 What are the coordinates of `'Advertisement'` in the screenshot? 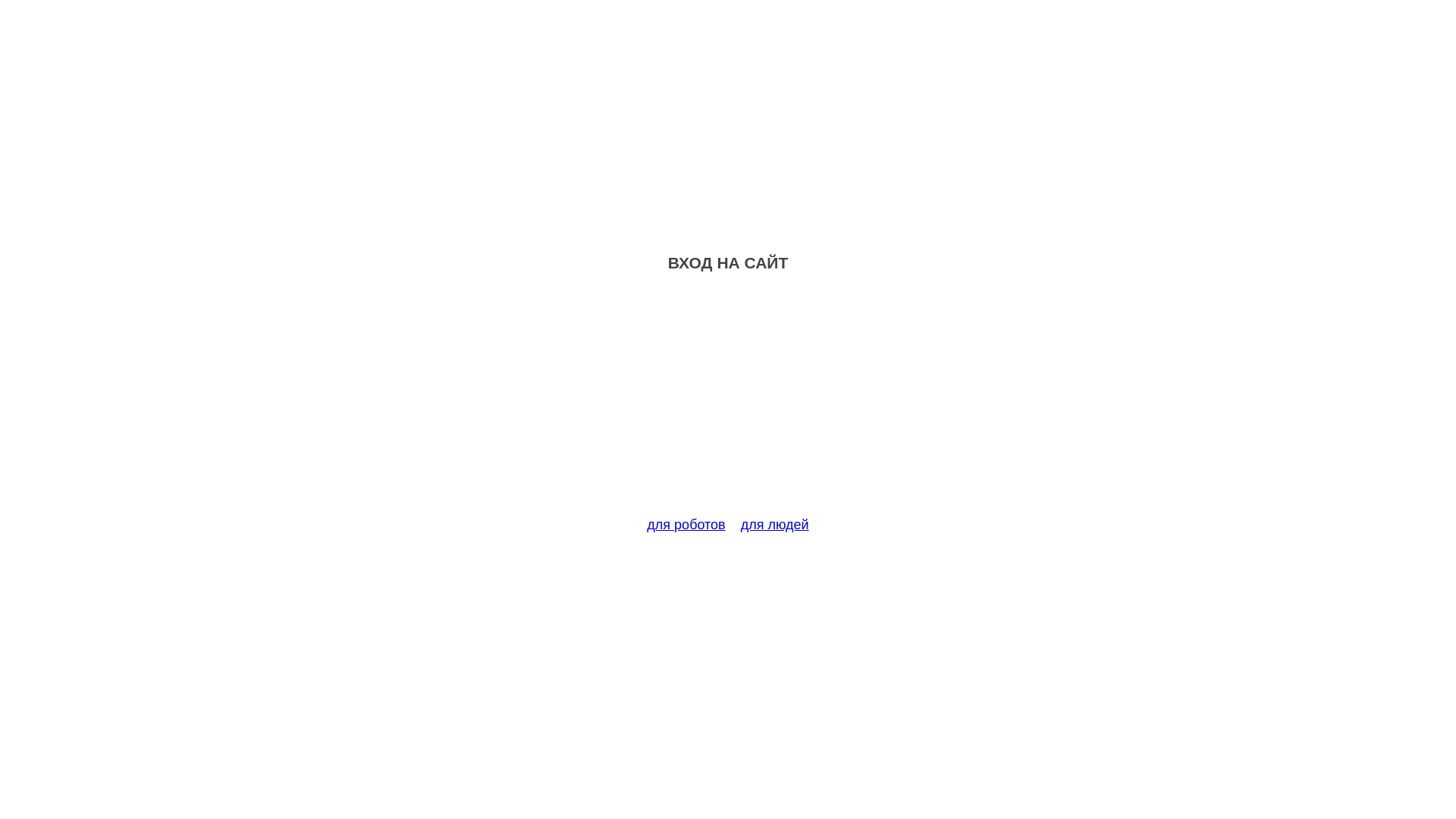 It's located at (728, 403).